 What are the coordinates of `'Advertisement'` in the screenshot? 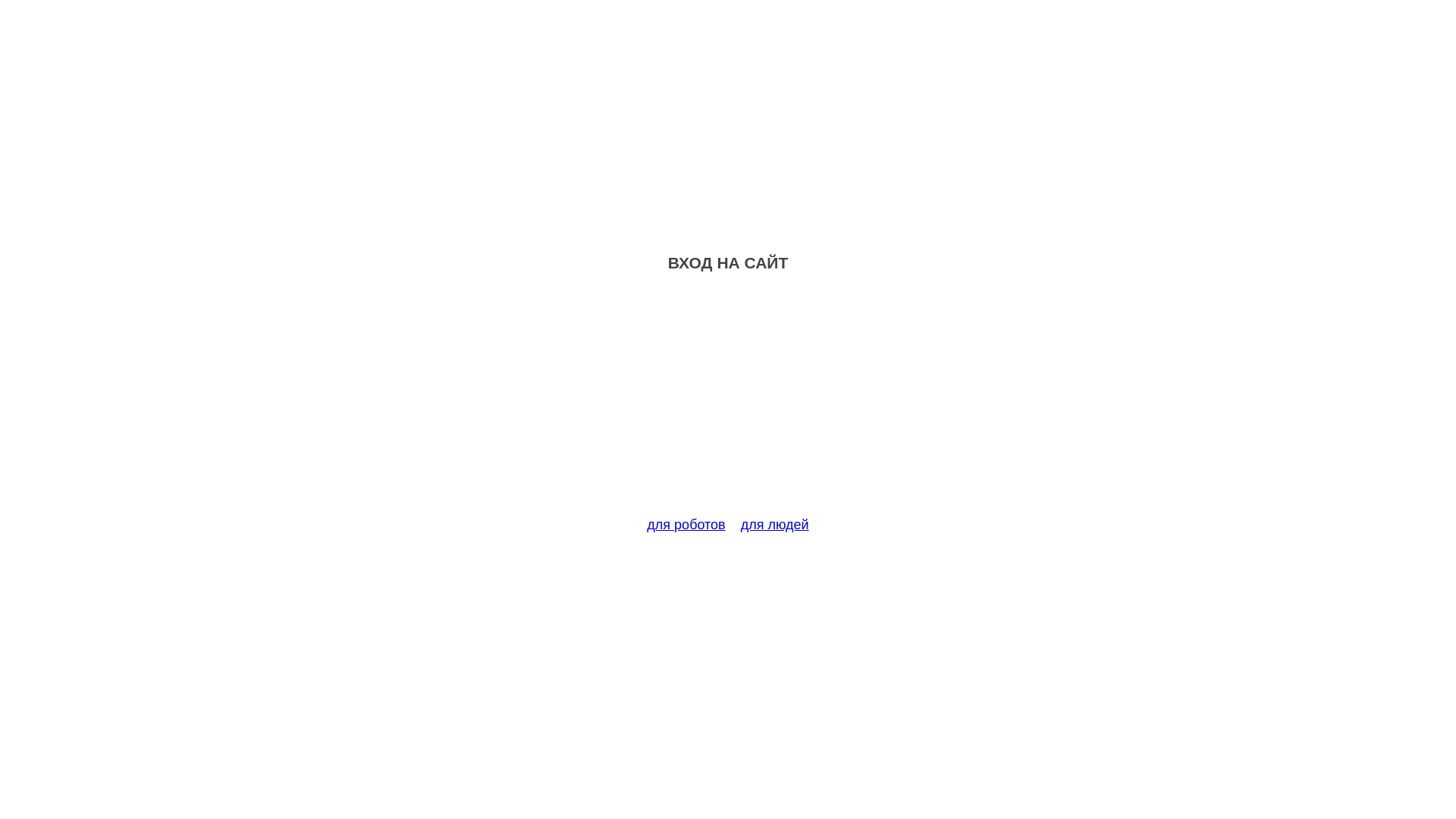 It's located at (728, 403).